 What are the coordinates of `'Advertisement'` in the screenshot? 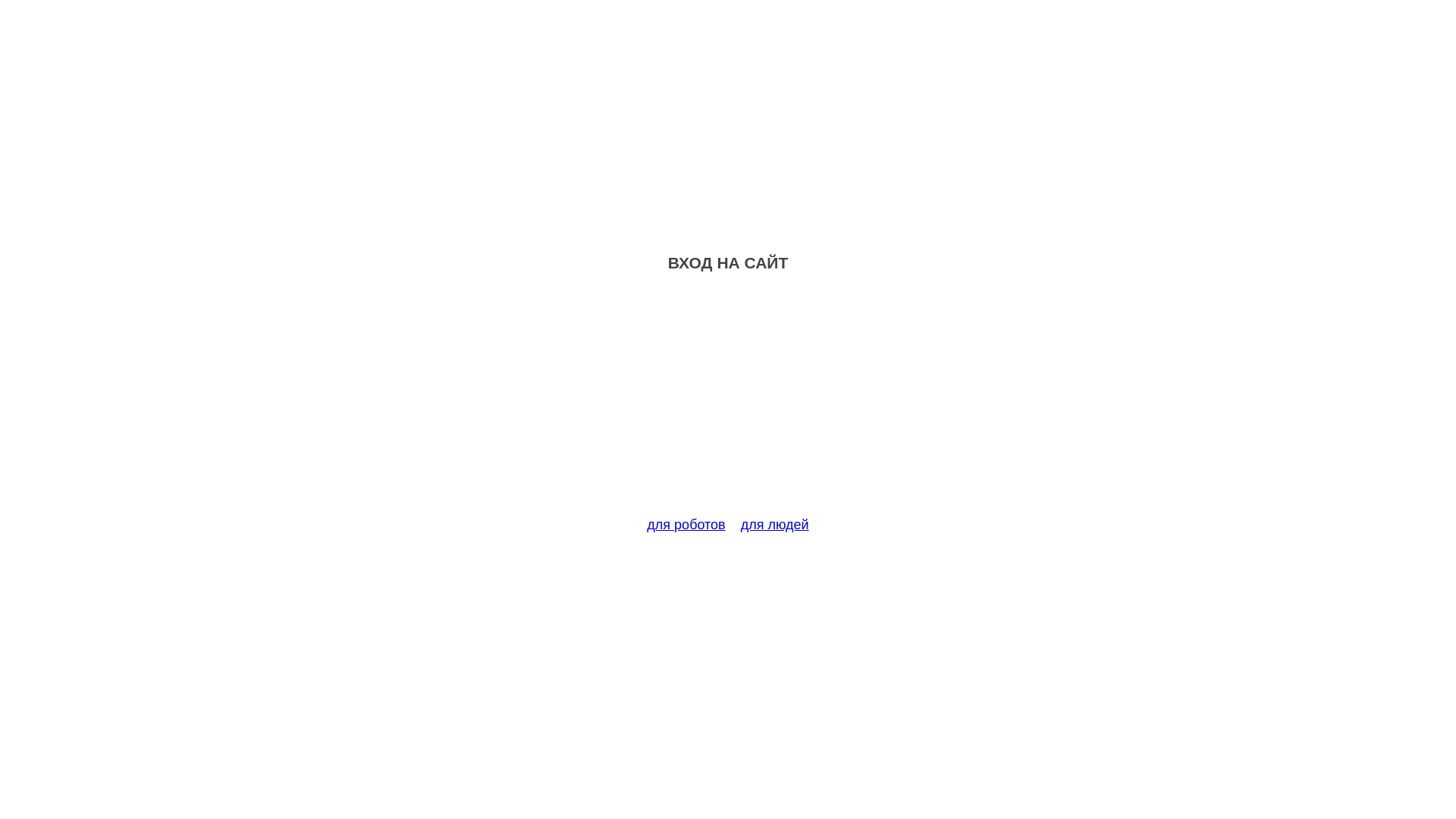 It's located at (728, 403).